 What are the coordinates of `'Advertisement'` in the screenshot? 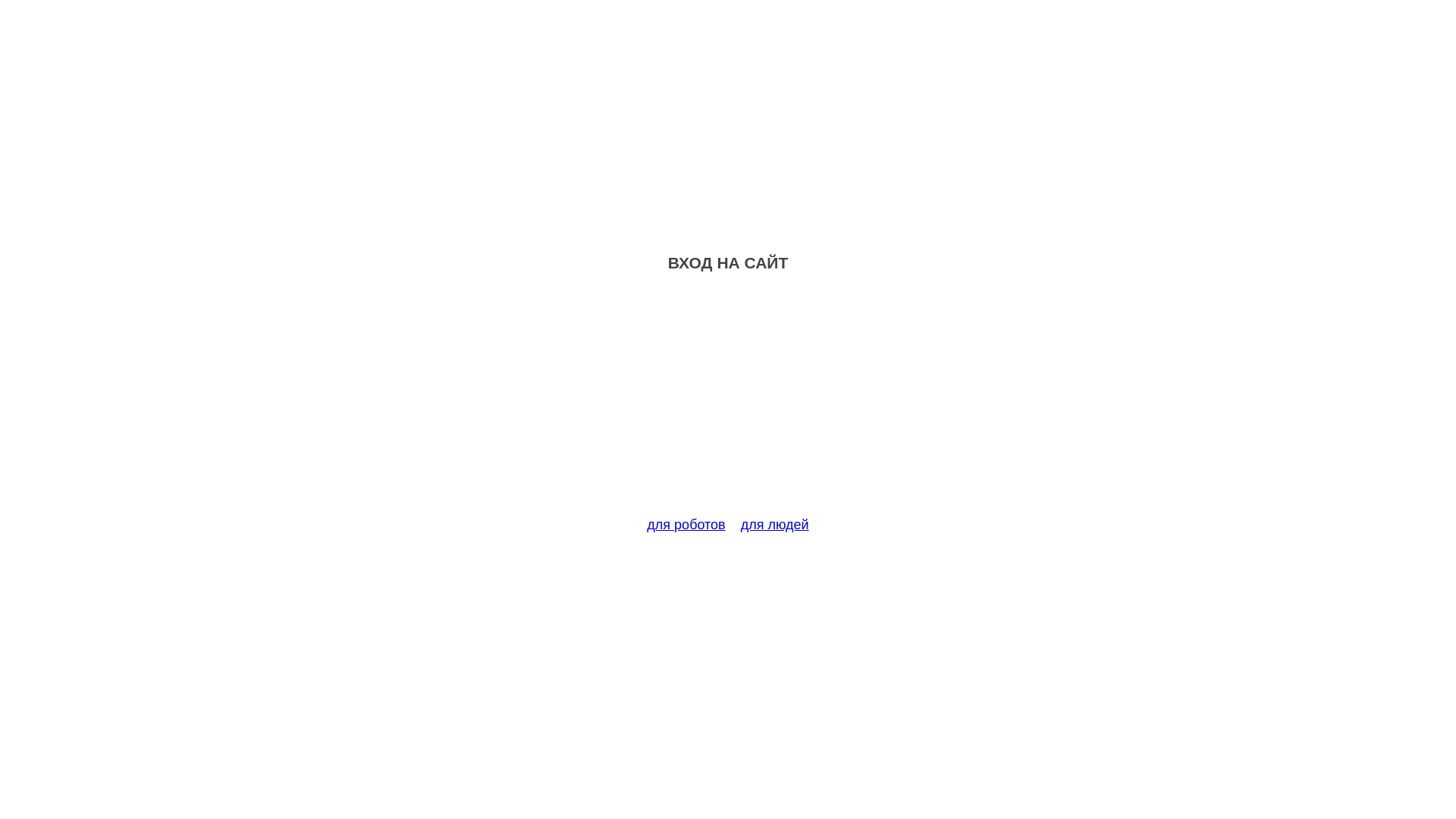 It's located at (728, 403).